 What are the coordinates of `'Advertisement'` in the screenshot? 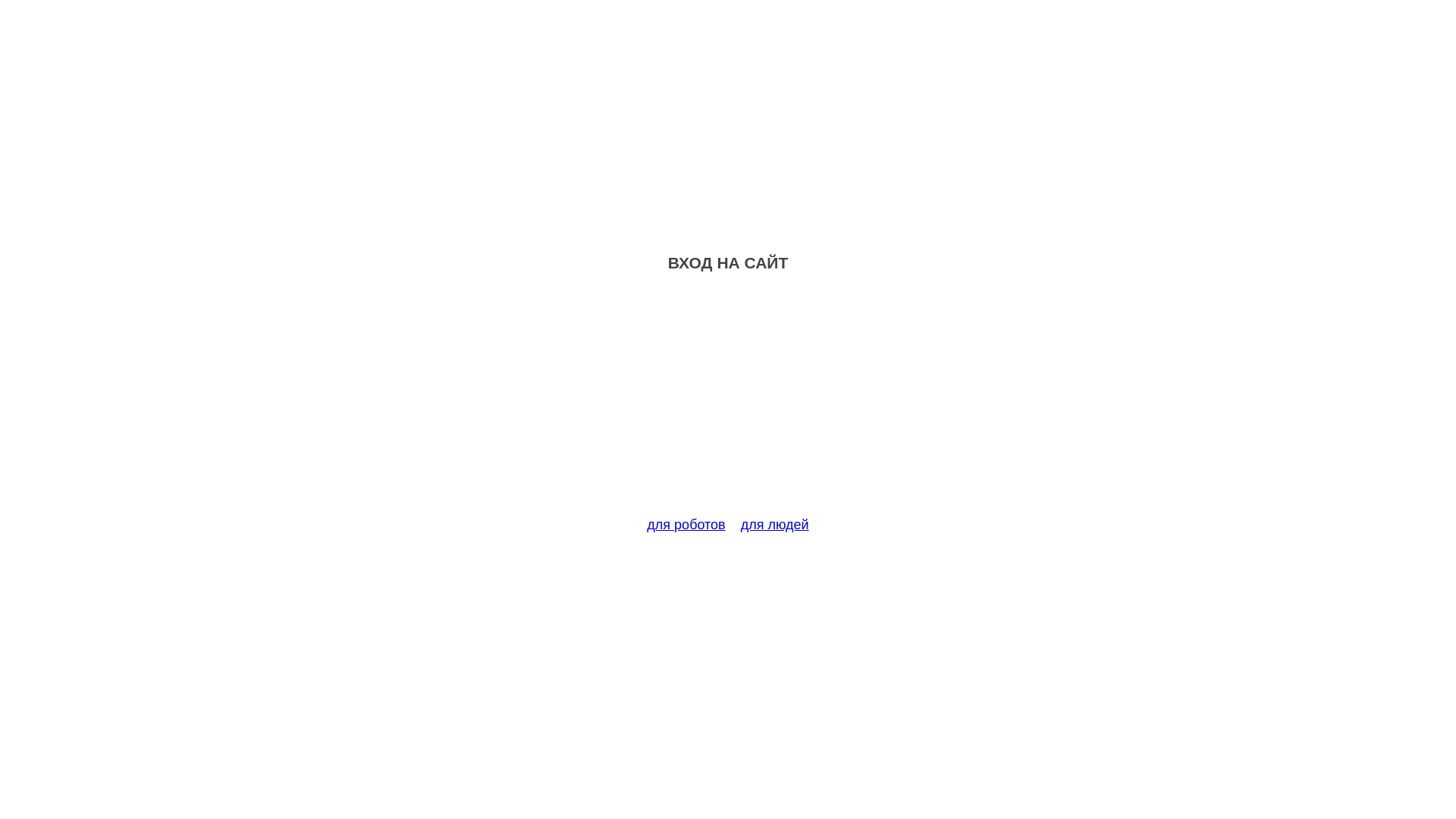 It's located at (728, 403).